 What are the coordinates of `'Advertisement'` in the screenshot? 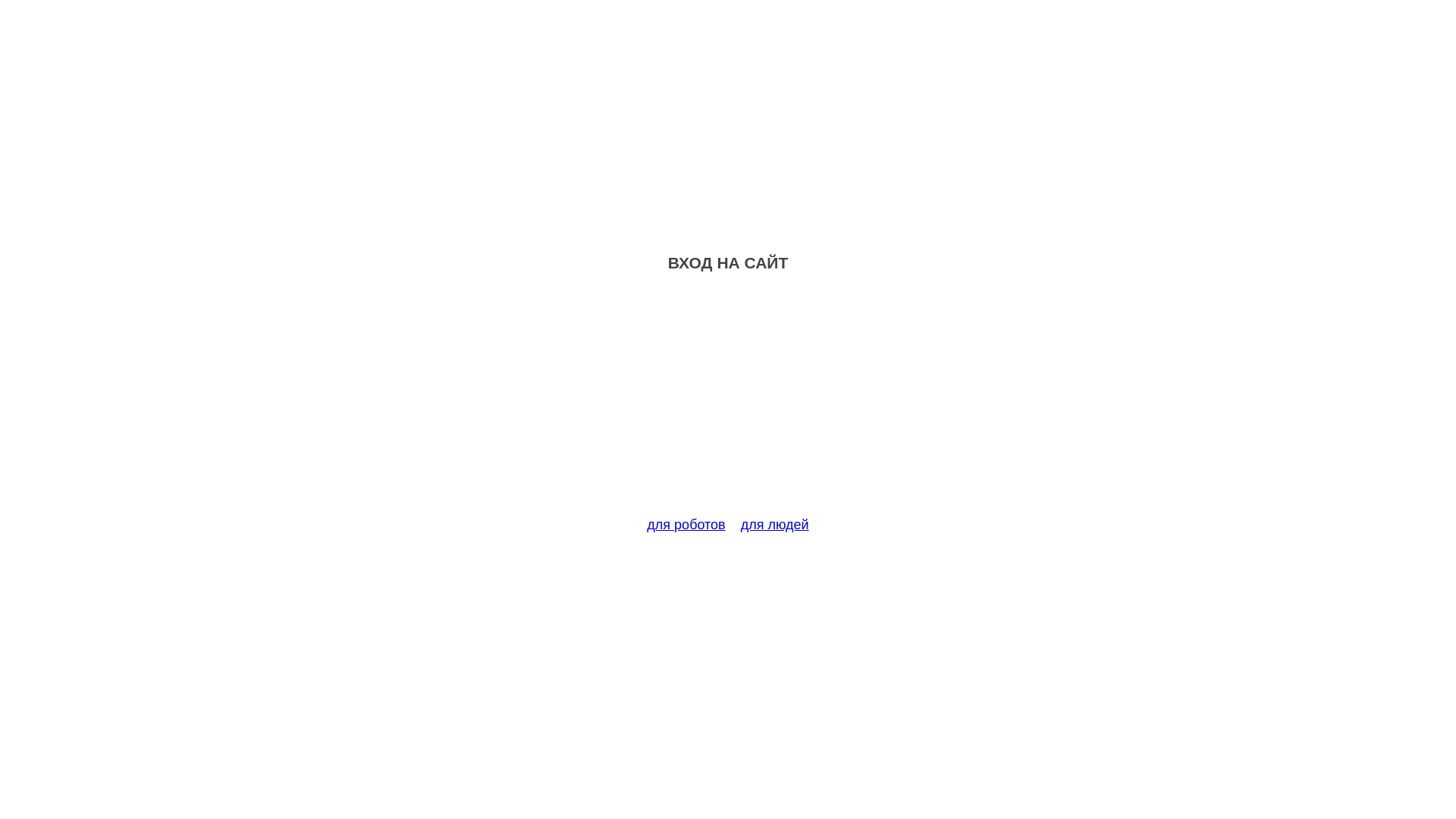 It's located at (728, 403).